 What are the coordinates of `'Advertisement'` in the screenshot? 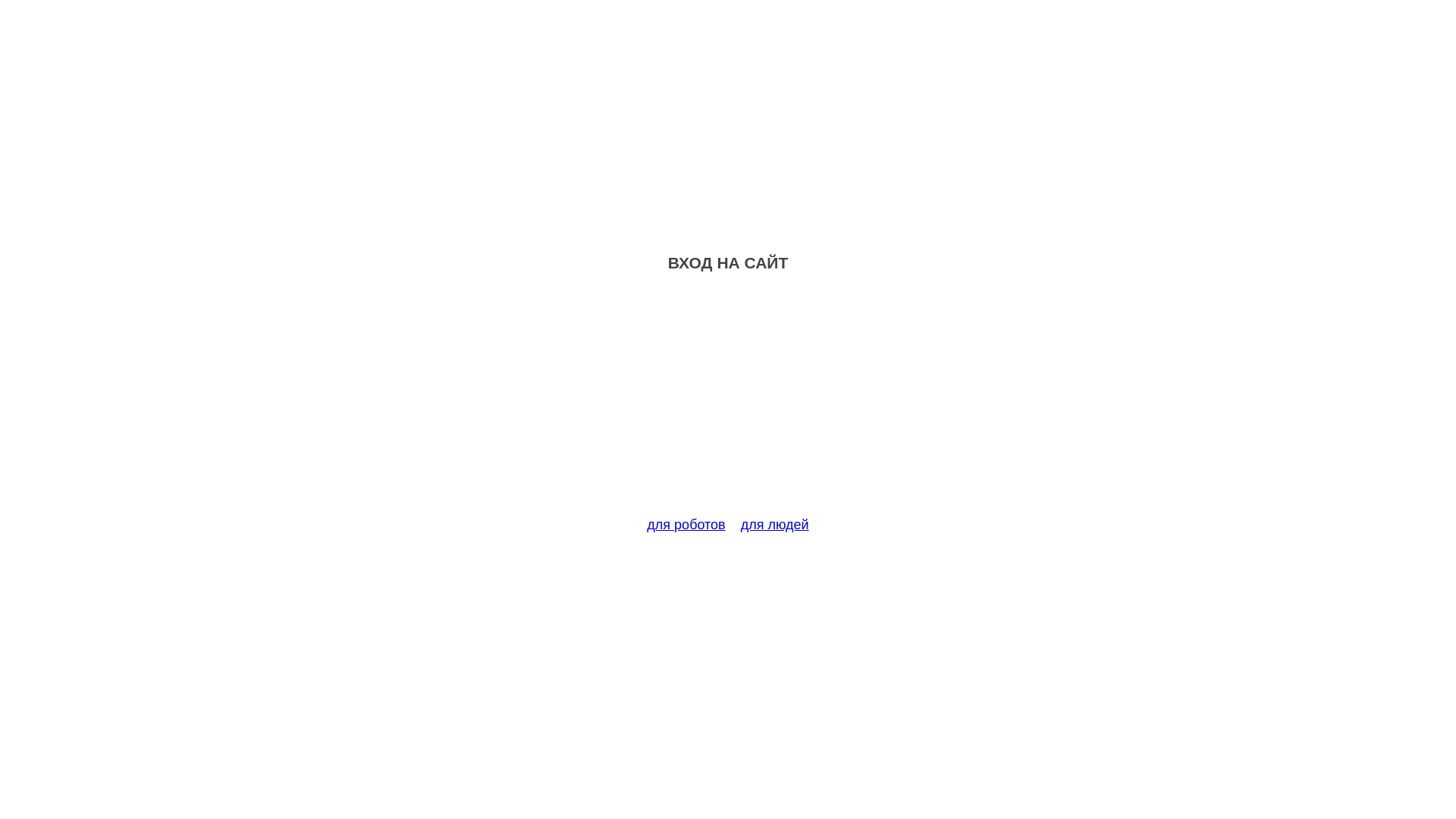 It's located at (728, 403).